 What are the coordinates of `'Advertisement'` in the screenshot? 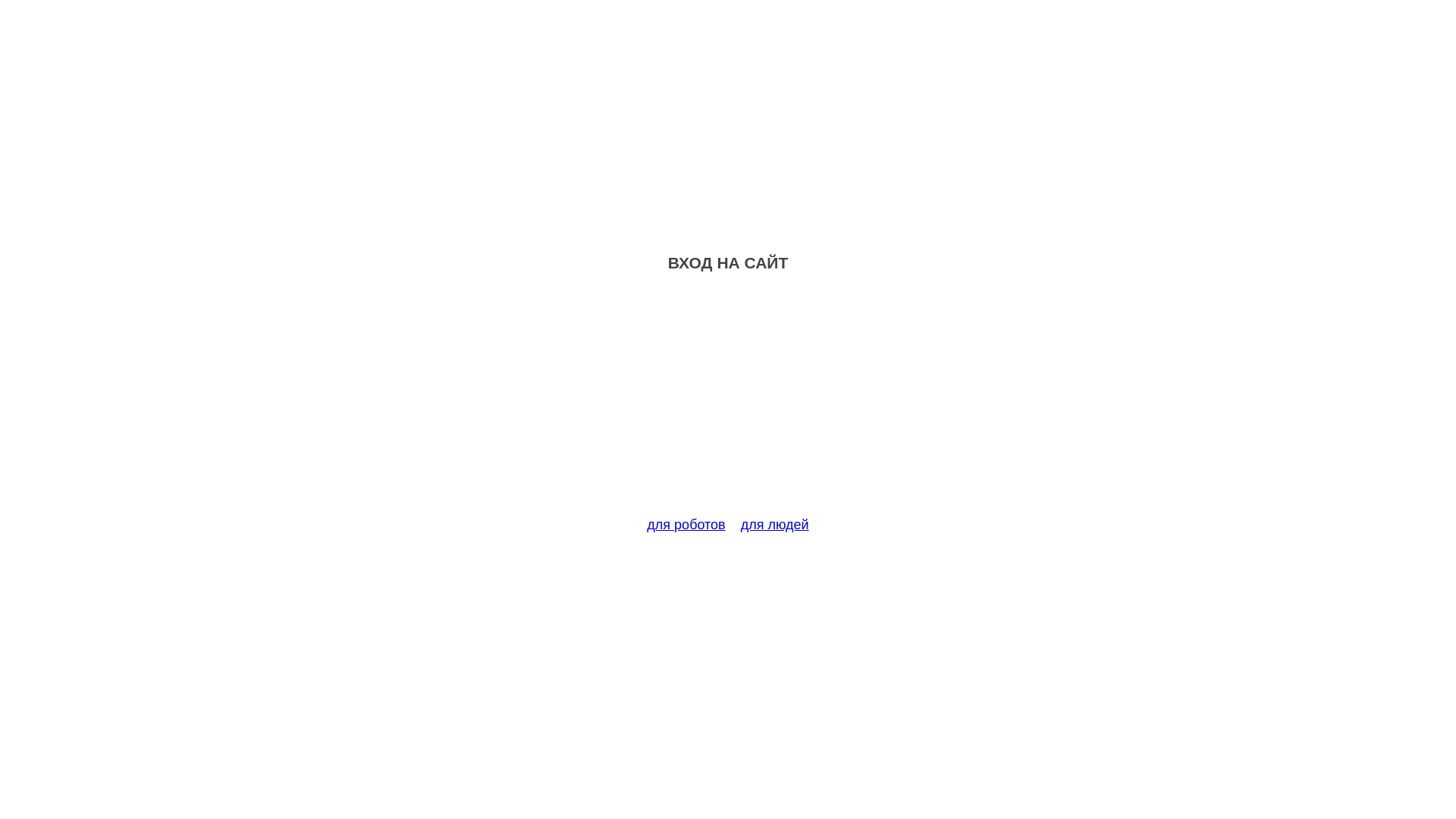 It's located at (728, 403).